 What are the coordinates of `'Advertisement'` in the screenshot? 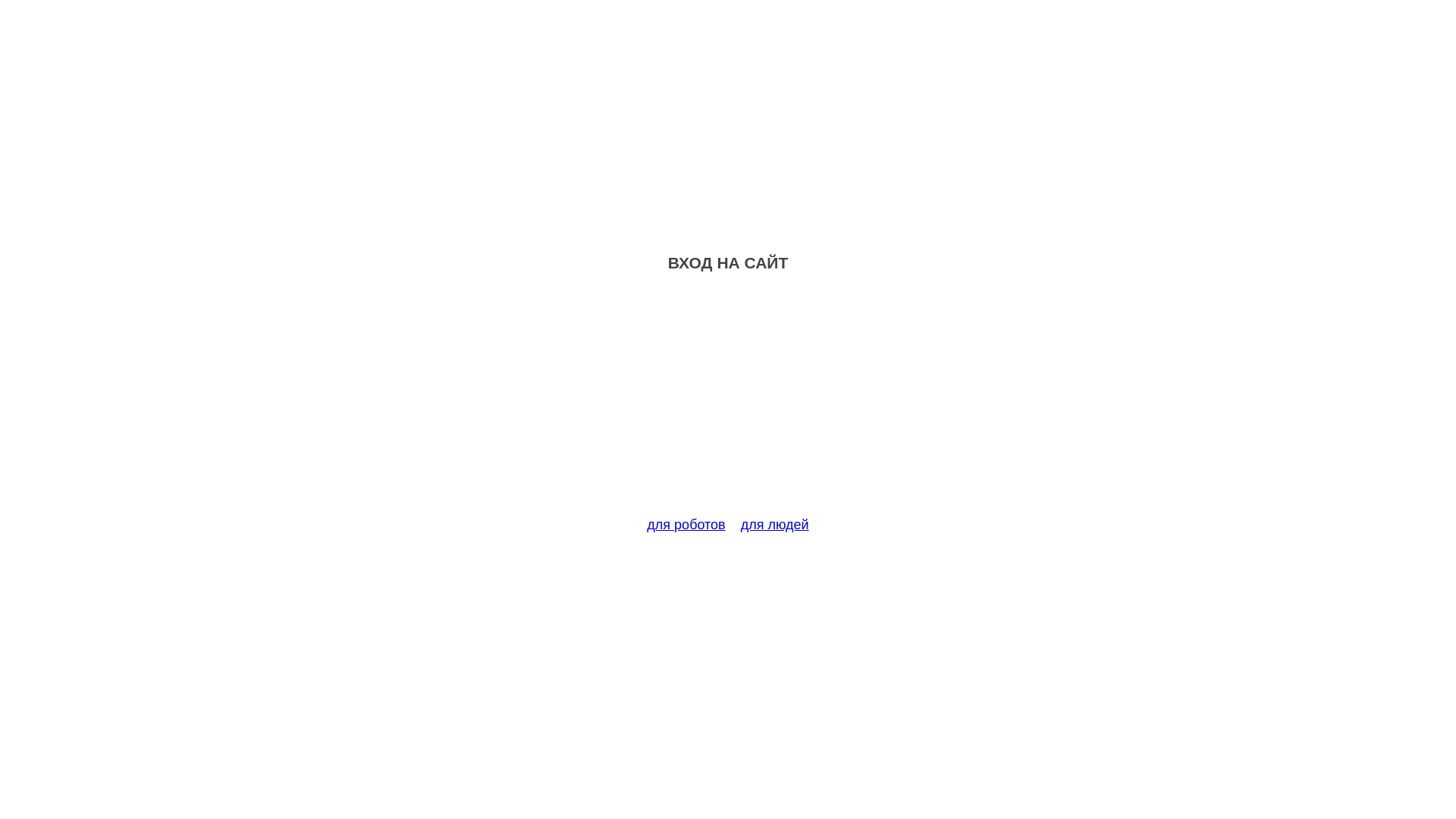 It's located at (728, 403).